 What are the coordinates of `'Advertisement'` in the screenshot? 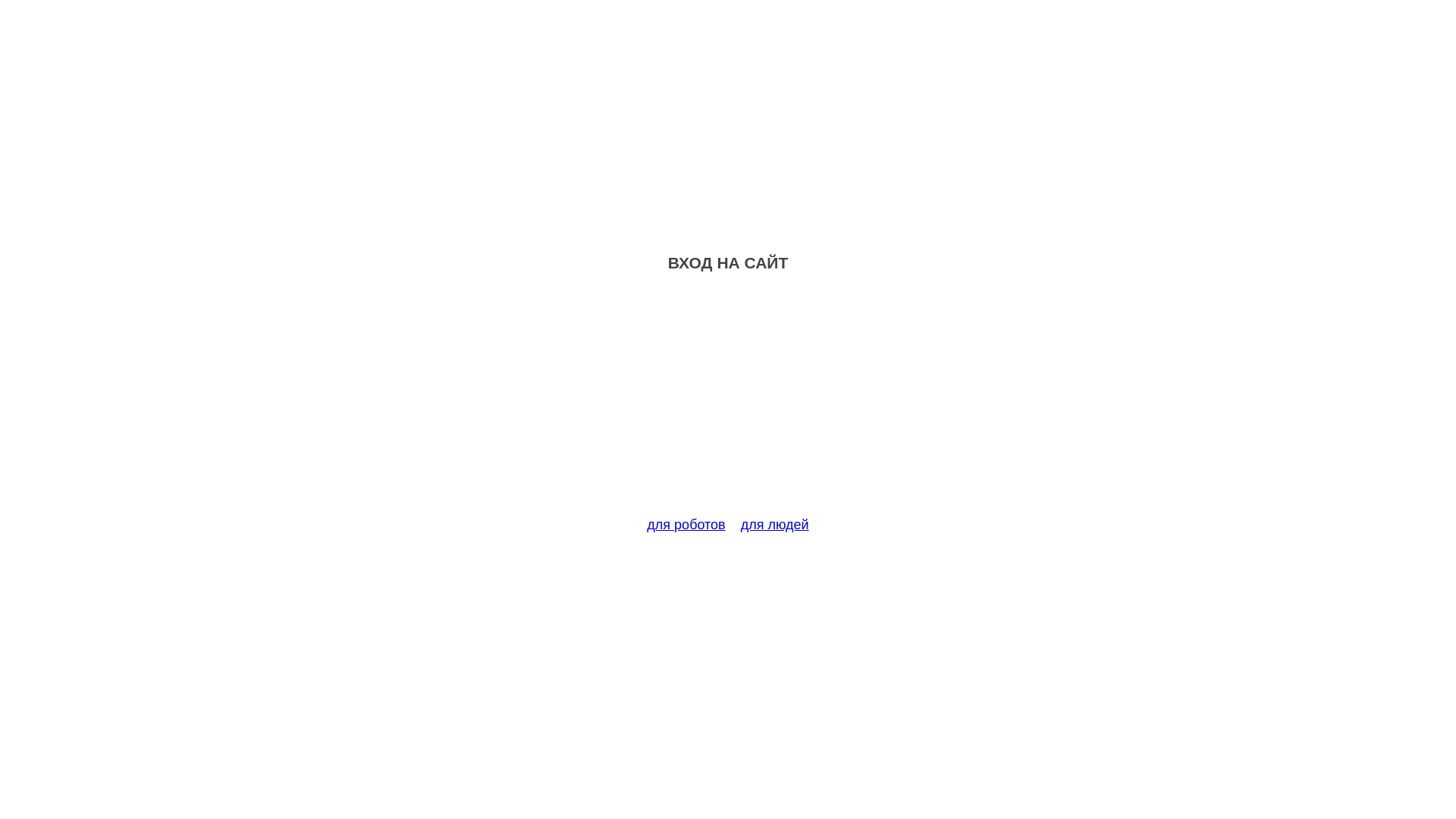 It's located at (728, 403).